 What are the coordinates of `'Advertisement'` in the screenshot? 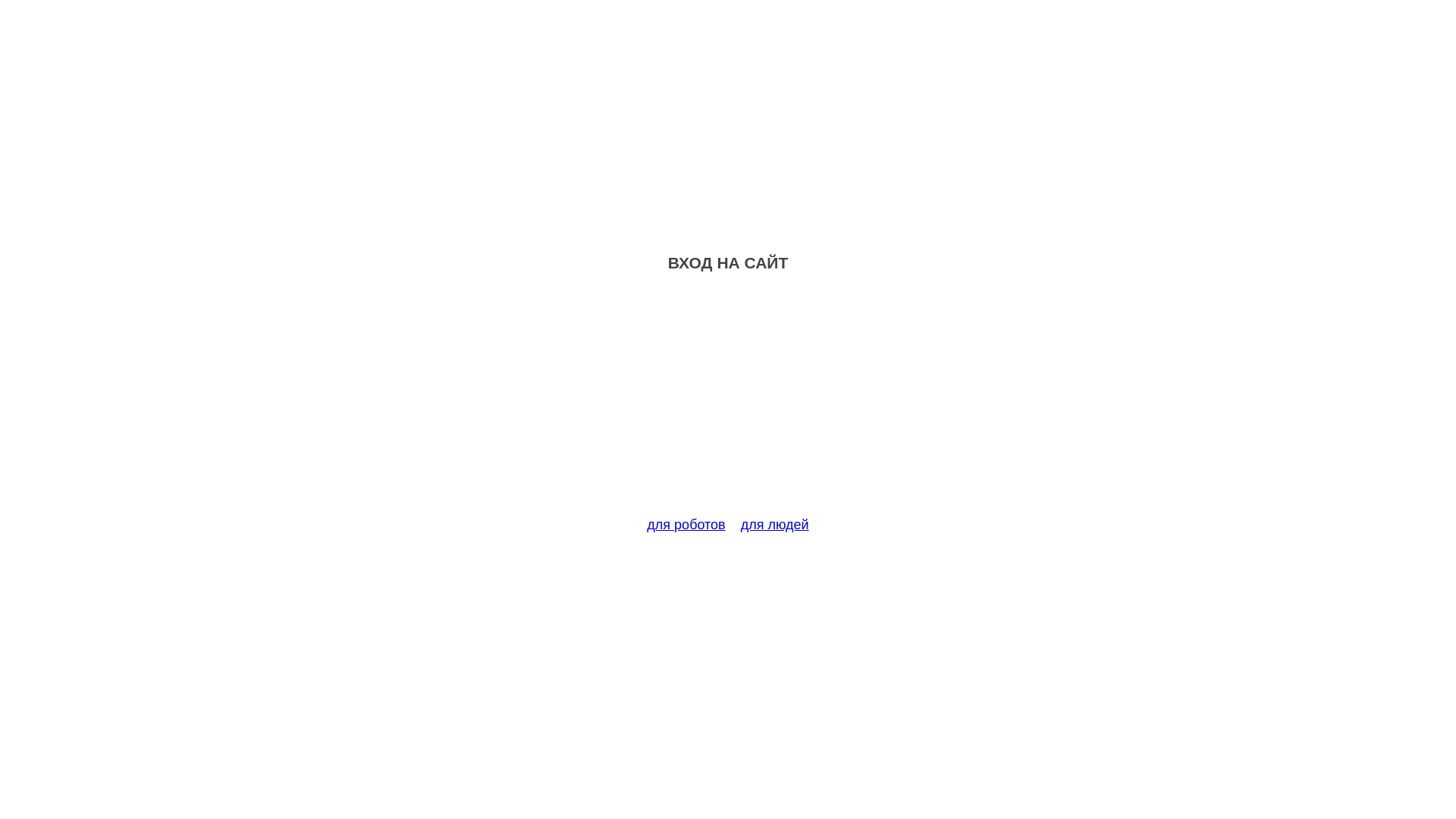 It's located at (728, 403).